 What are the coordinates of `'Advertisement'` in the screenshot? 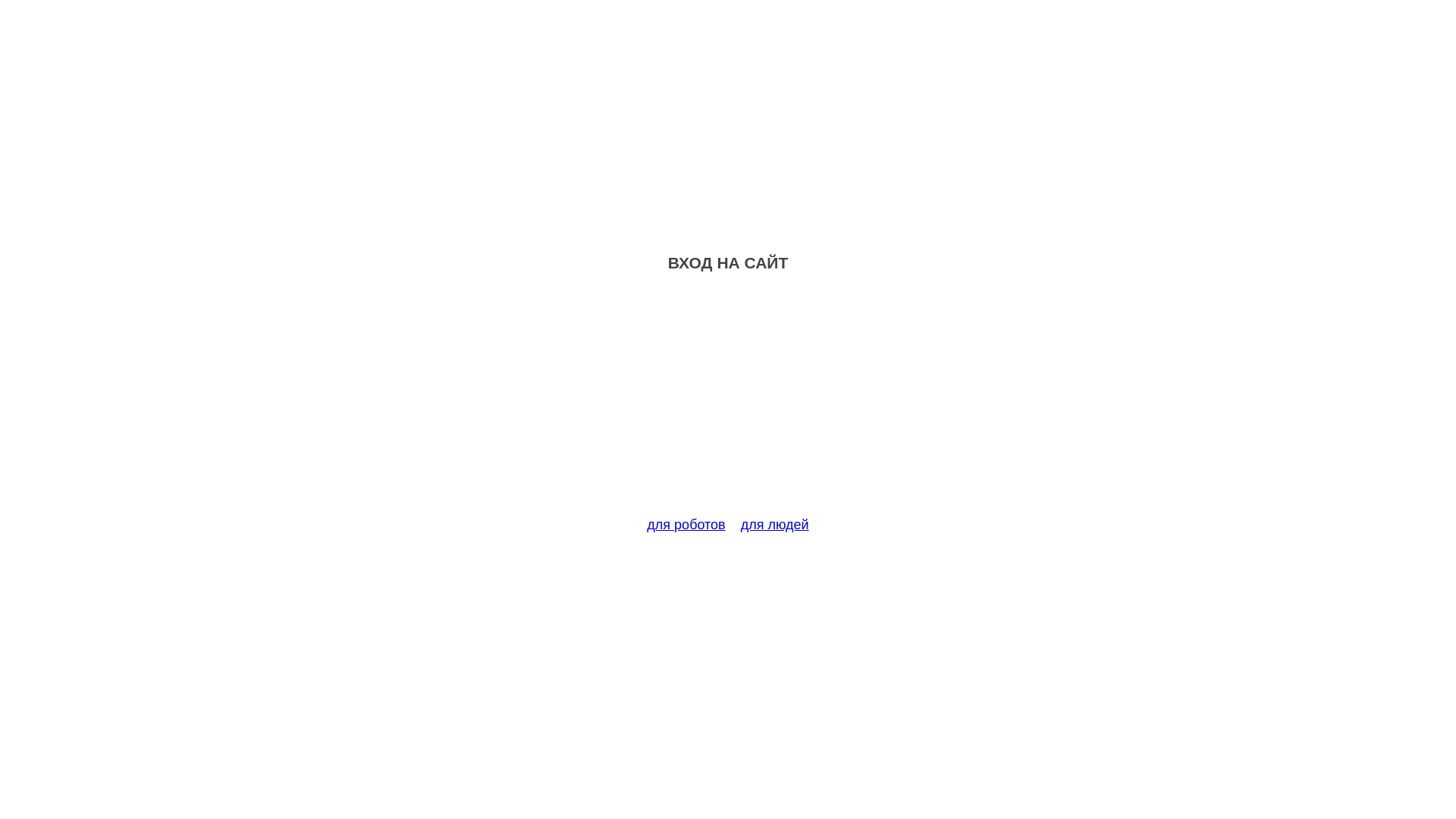 It's located at (728, 403).